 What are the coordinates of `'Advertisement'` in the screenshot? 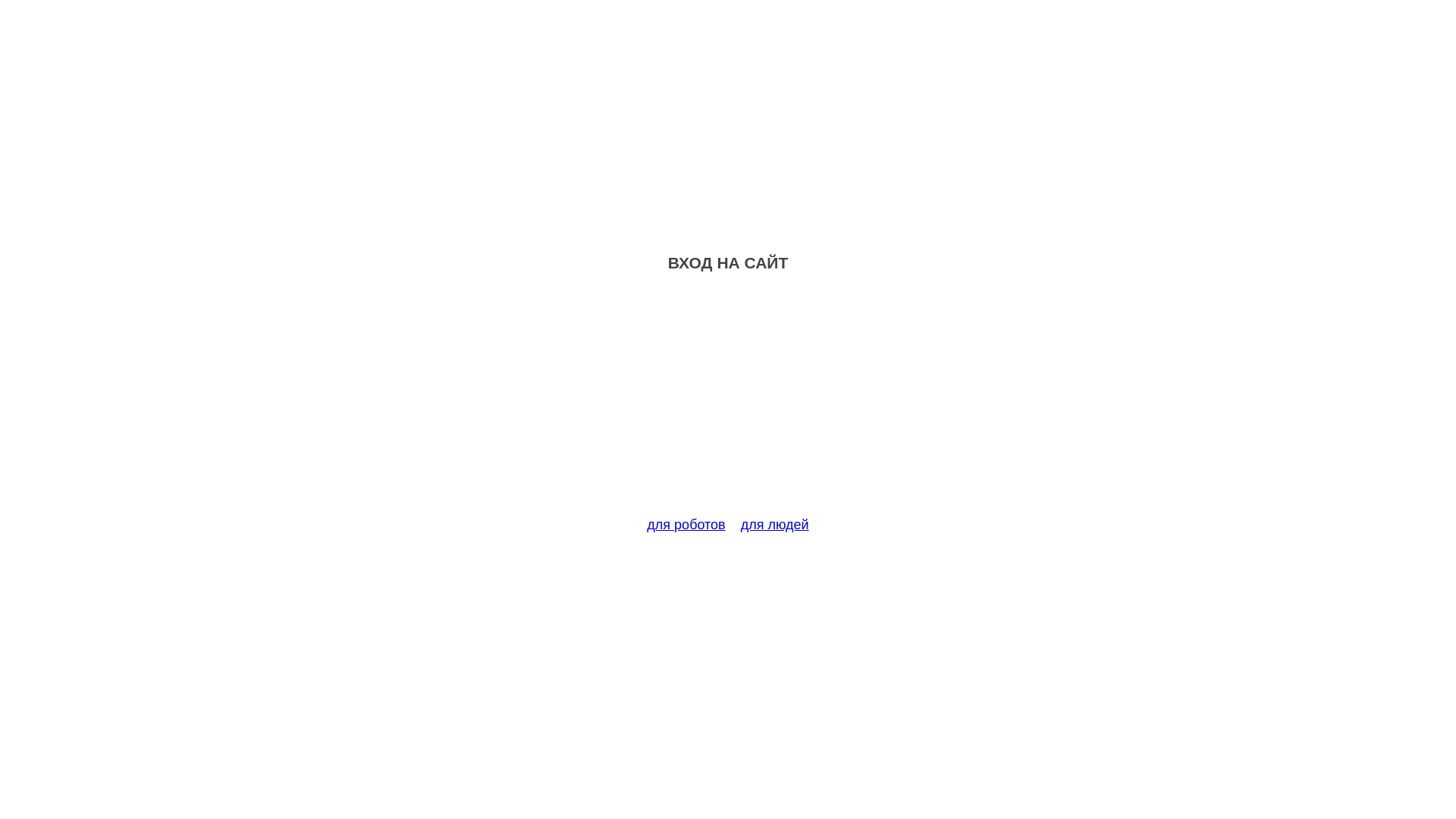 It's located at (728, 403).